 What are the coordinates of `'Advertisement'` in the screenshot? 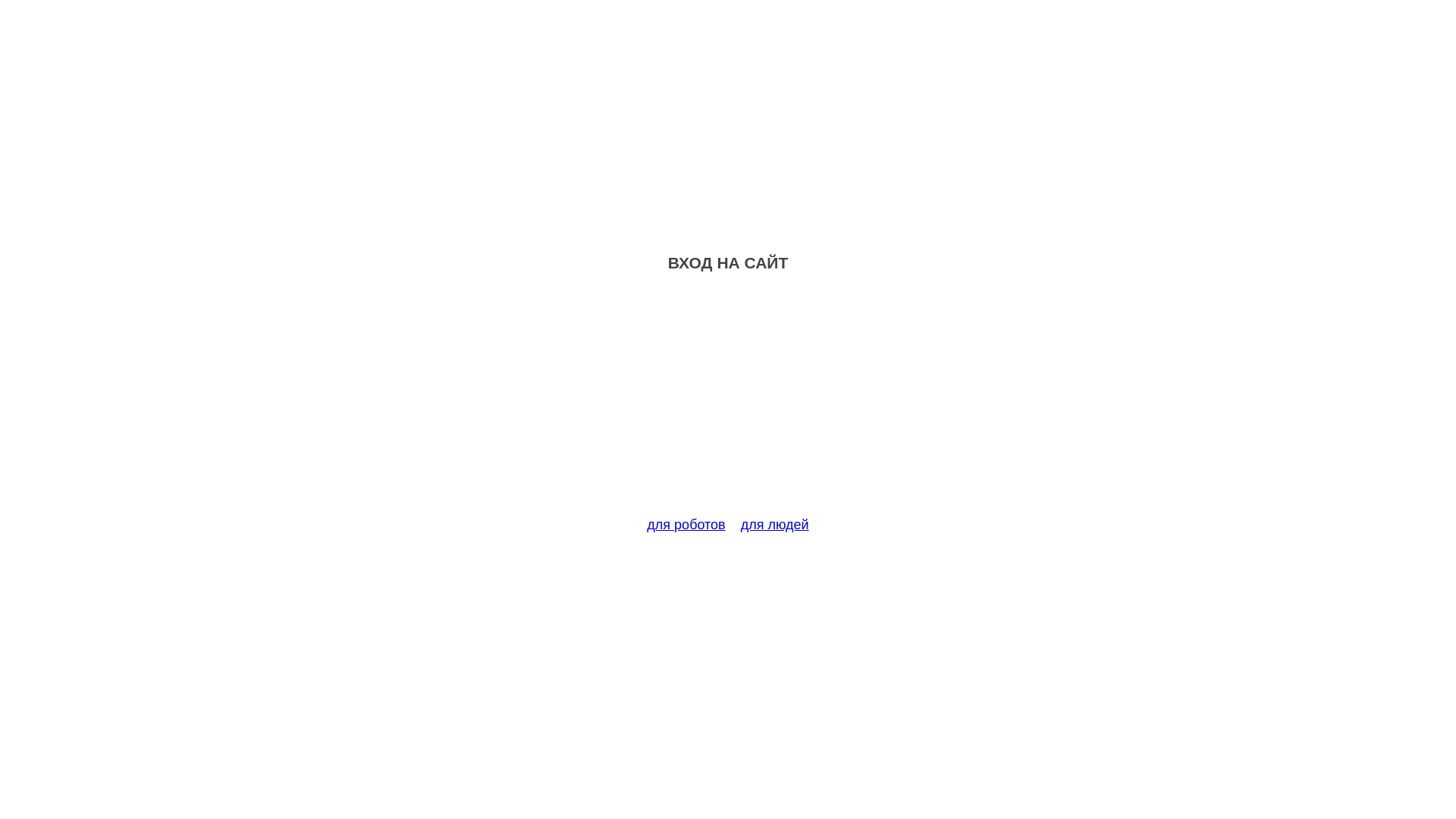 It's located at (728, 403).